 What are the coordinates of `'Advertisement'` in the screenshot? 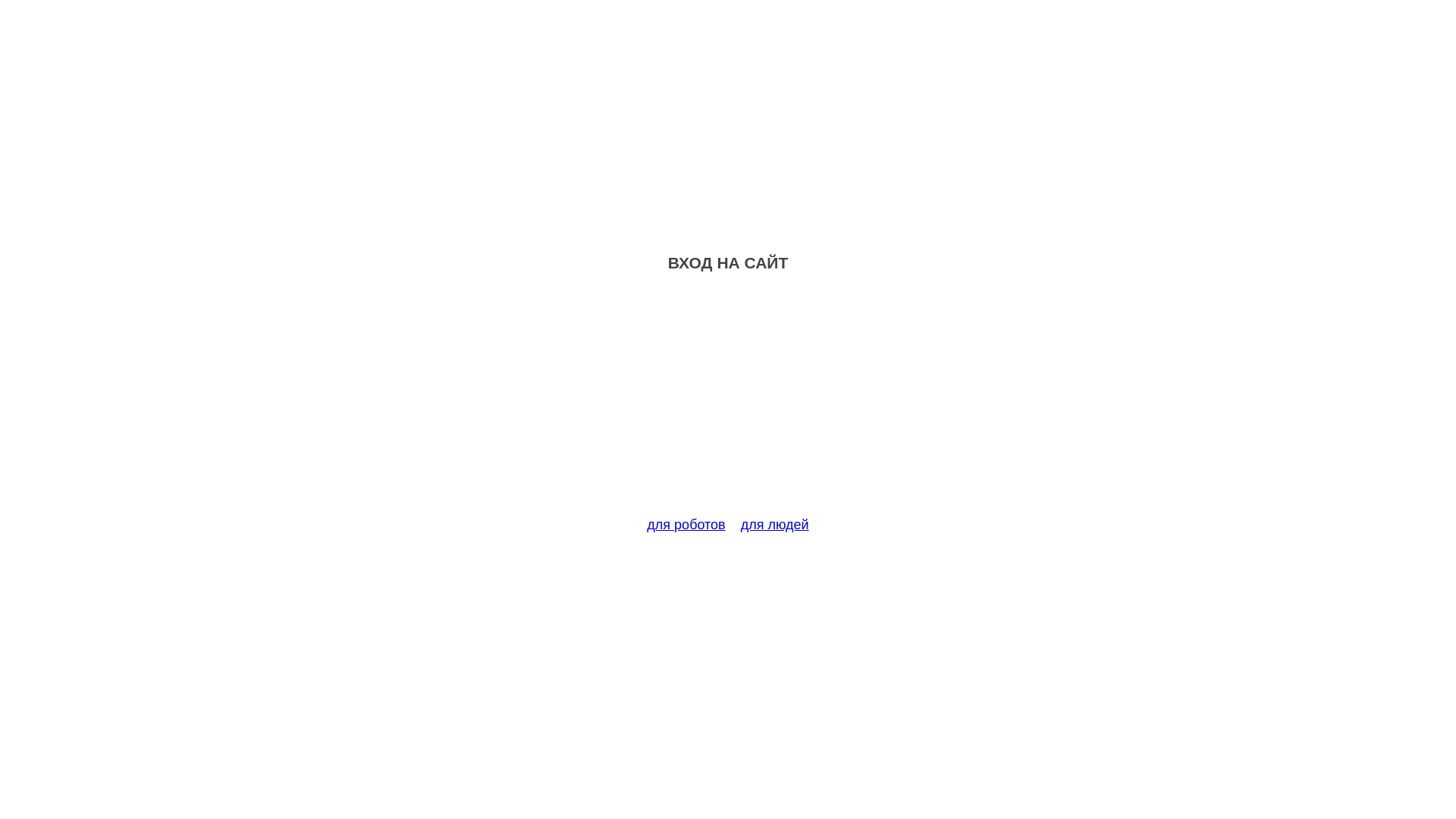 It's located at (728, 403).